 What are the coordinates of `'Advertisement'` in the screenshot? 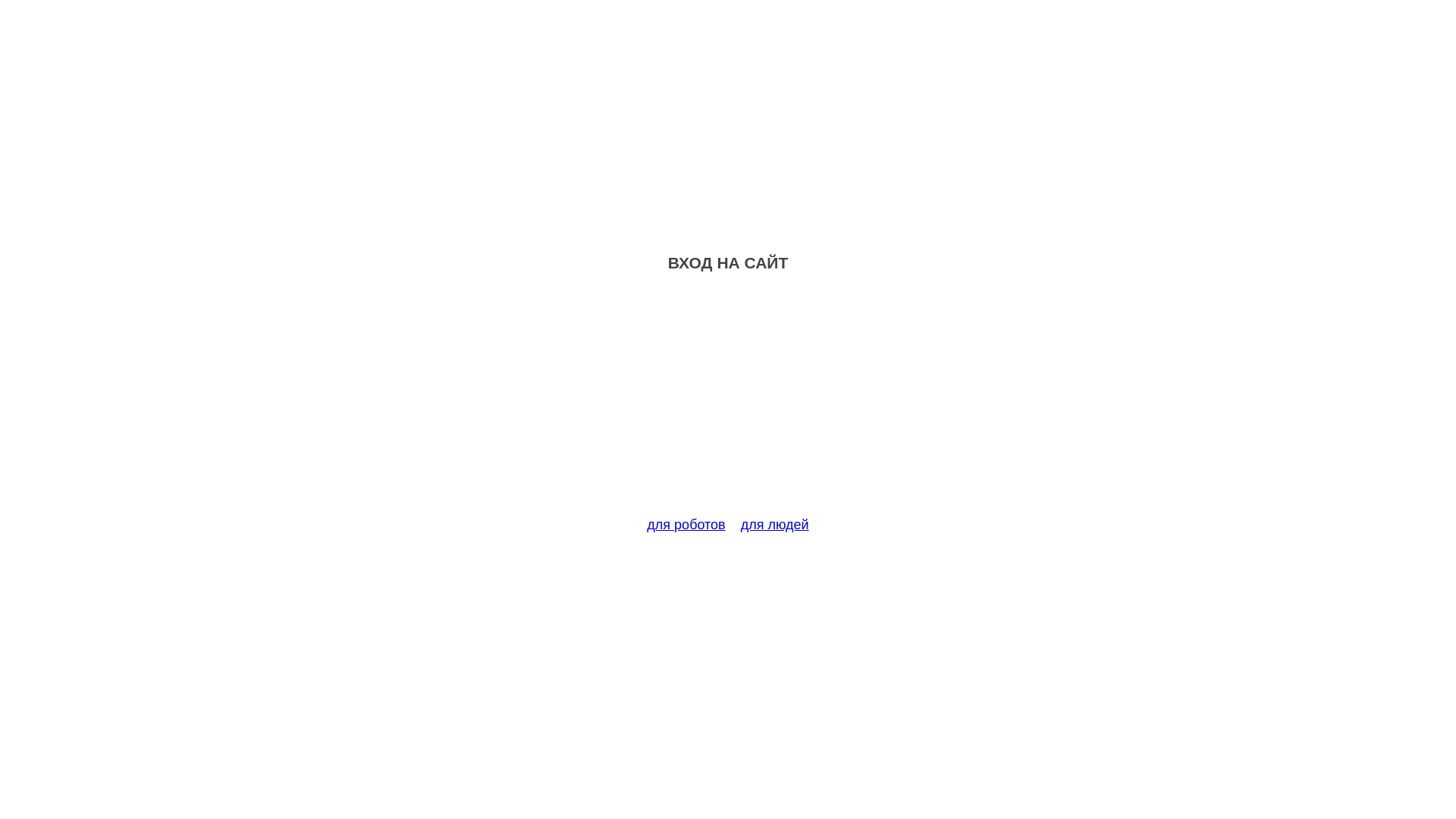 It's located at (728, 403).